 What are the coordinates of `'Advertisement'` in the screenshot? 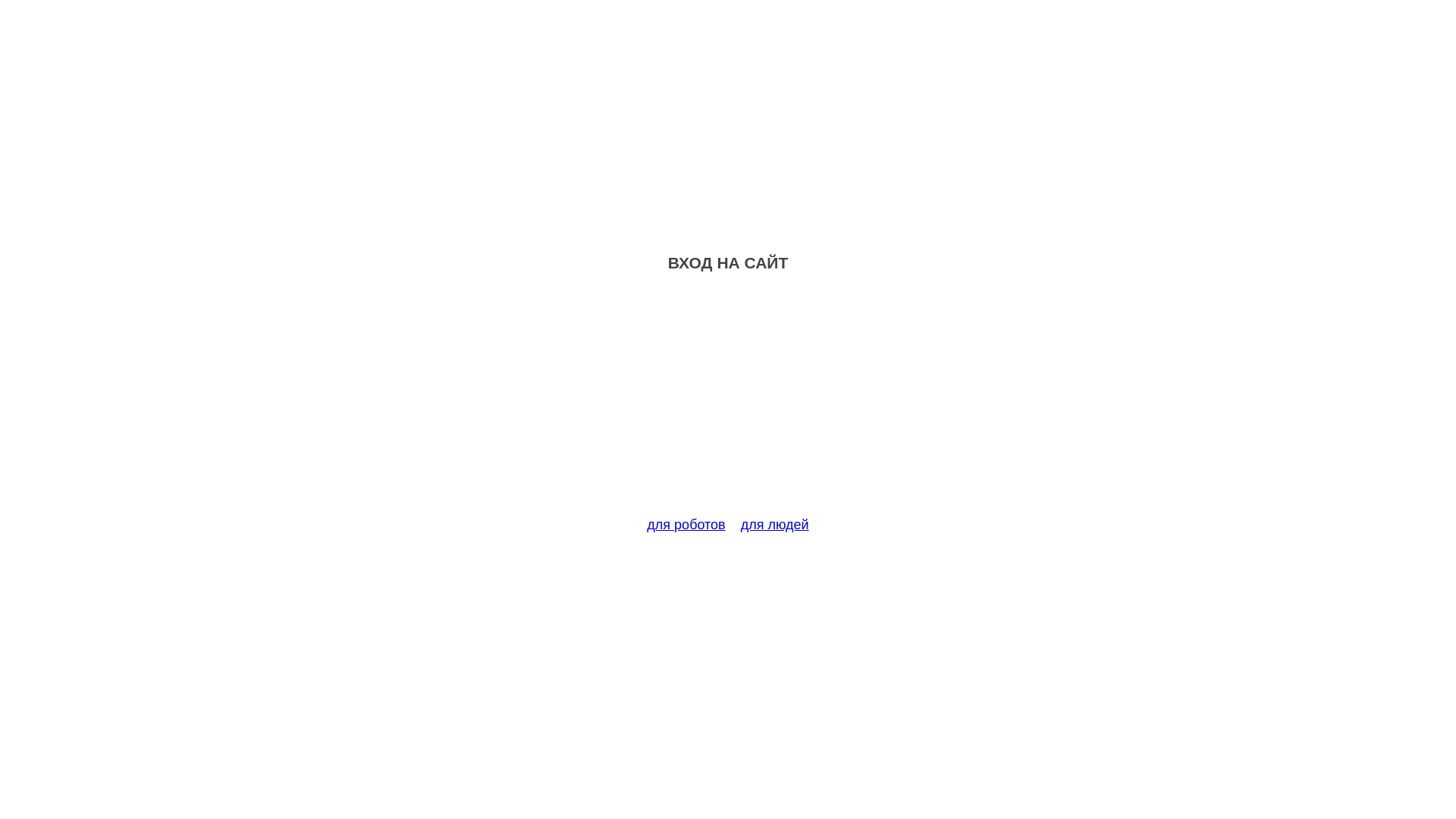 It's located at (728, 403).